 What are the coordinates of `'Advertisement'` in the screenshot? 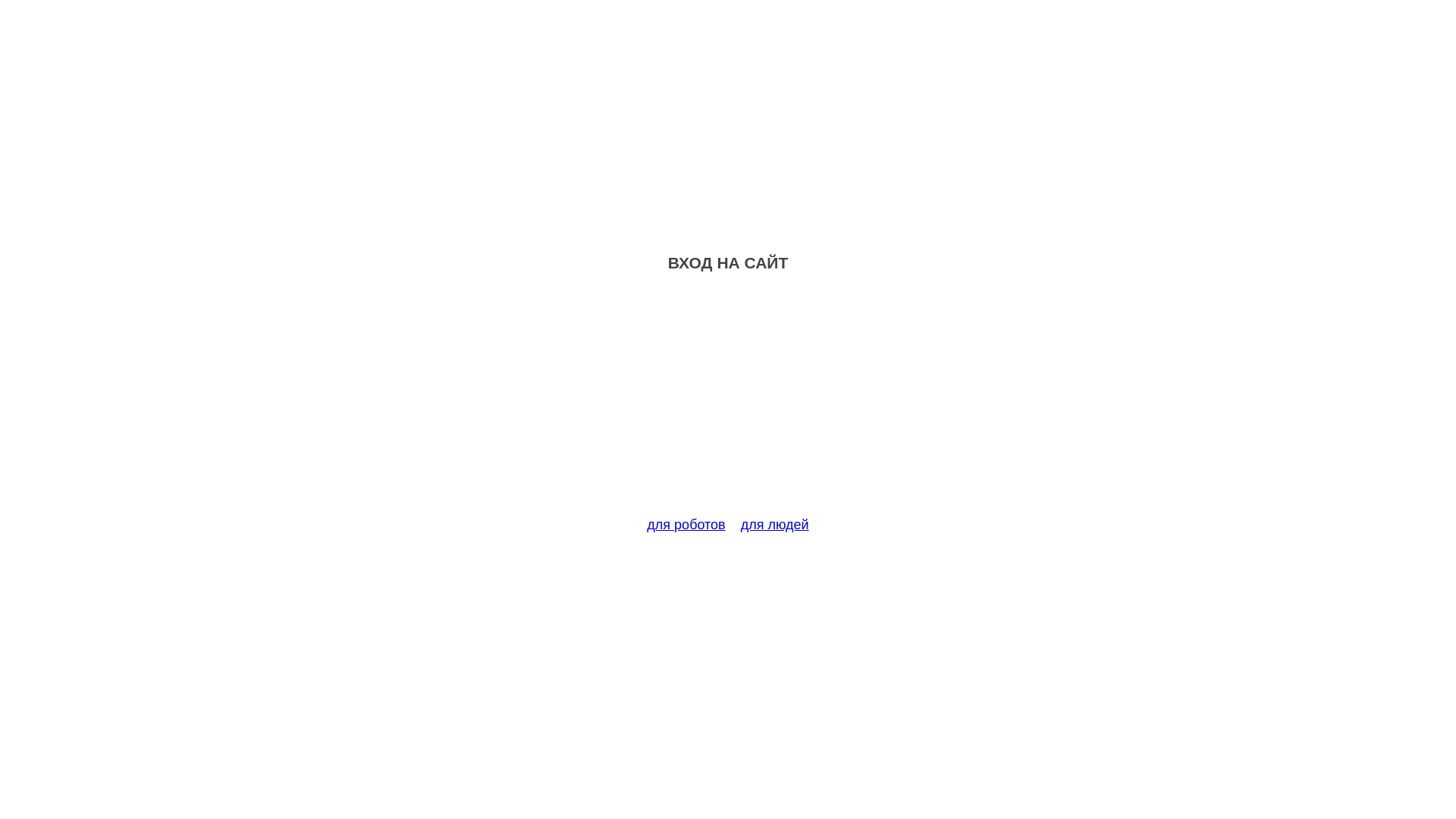 It's located at (728, 403).